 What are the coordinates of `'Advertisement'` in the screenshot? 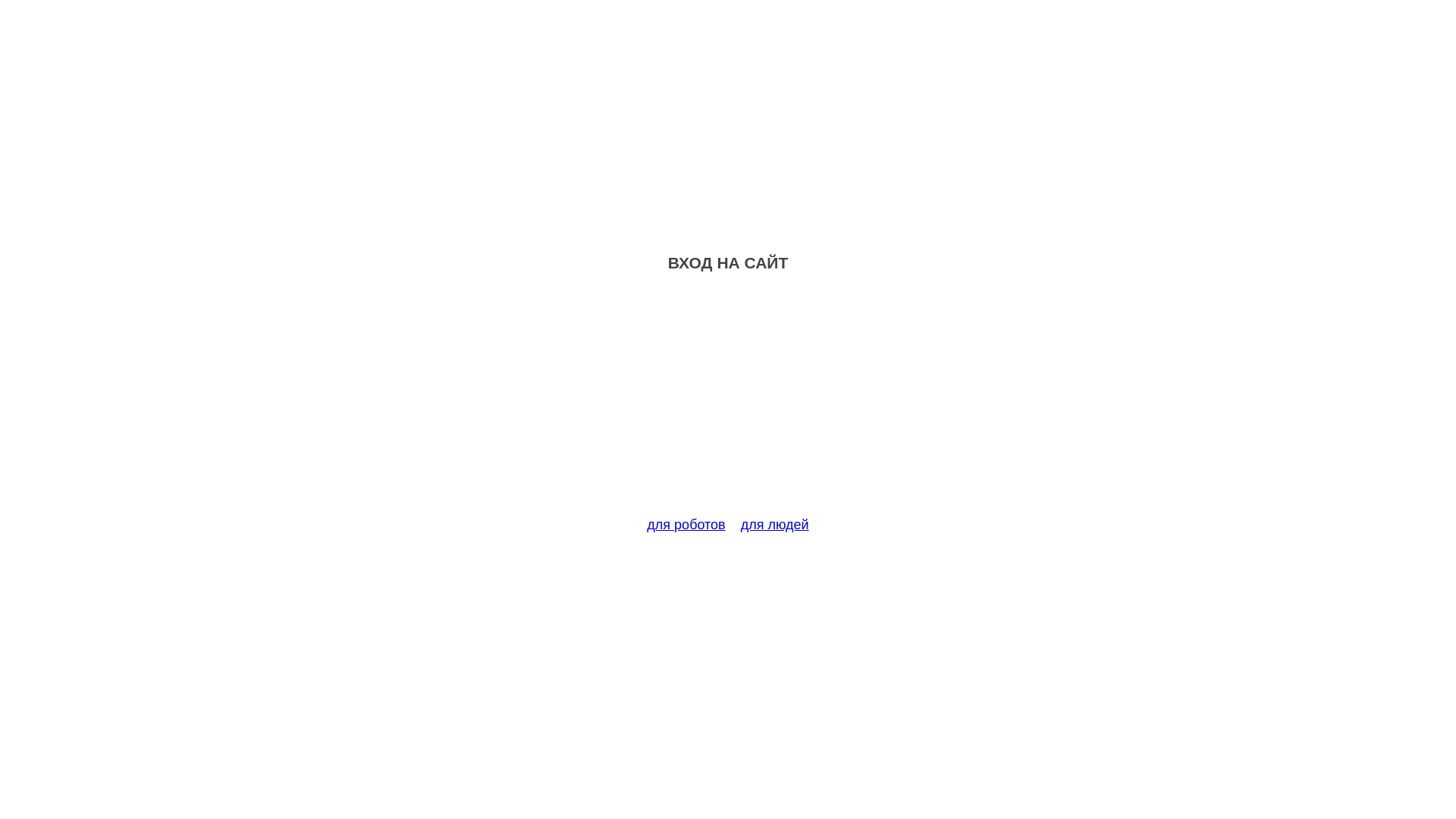 It's located at (728, 403).